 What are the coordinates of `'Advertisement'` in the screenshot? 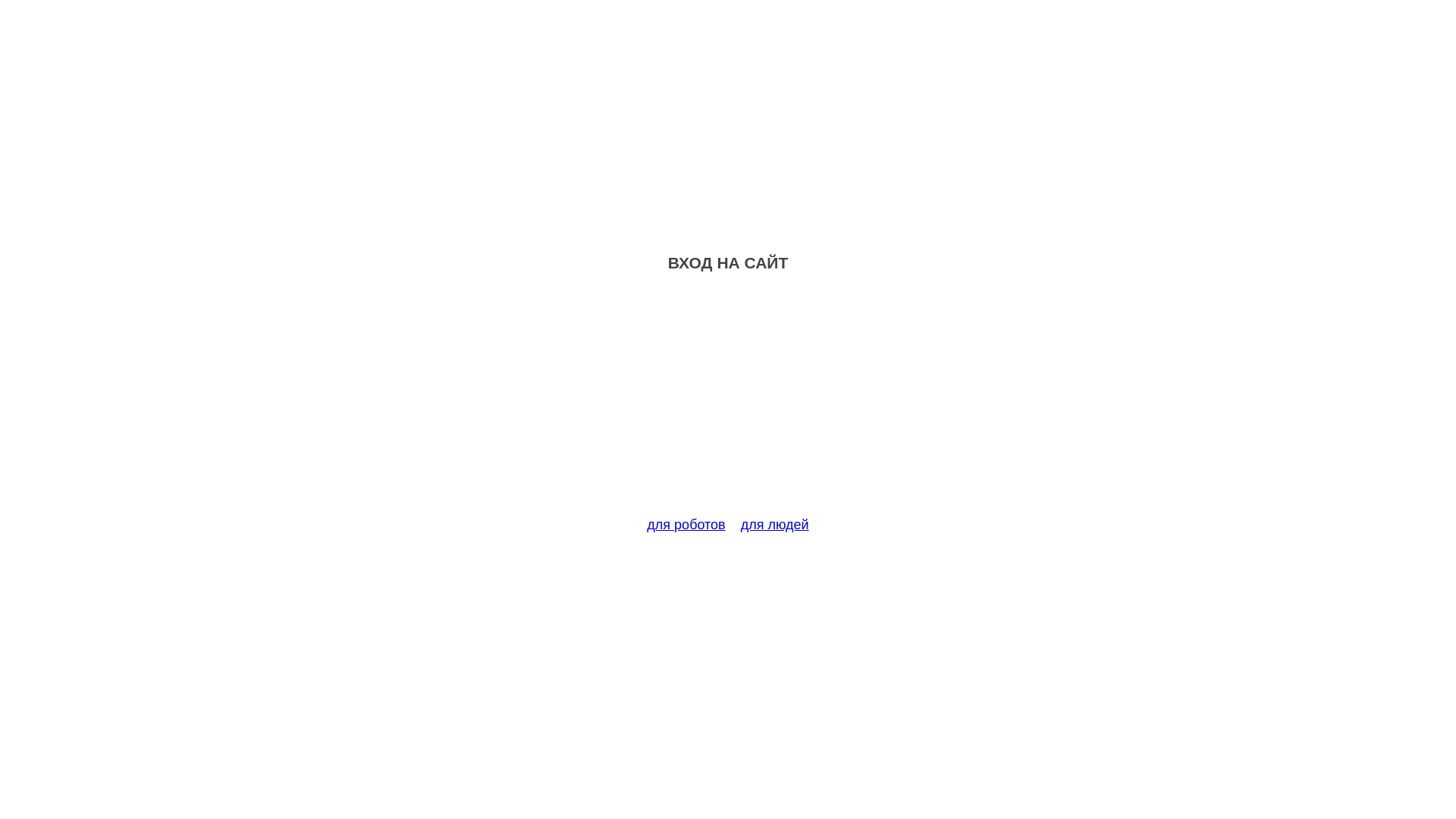 It's located at (728, 403).